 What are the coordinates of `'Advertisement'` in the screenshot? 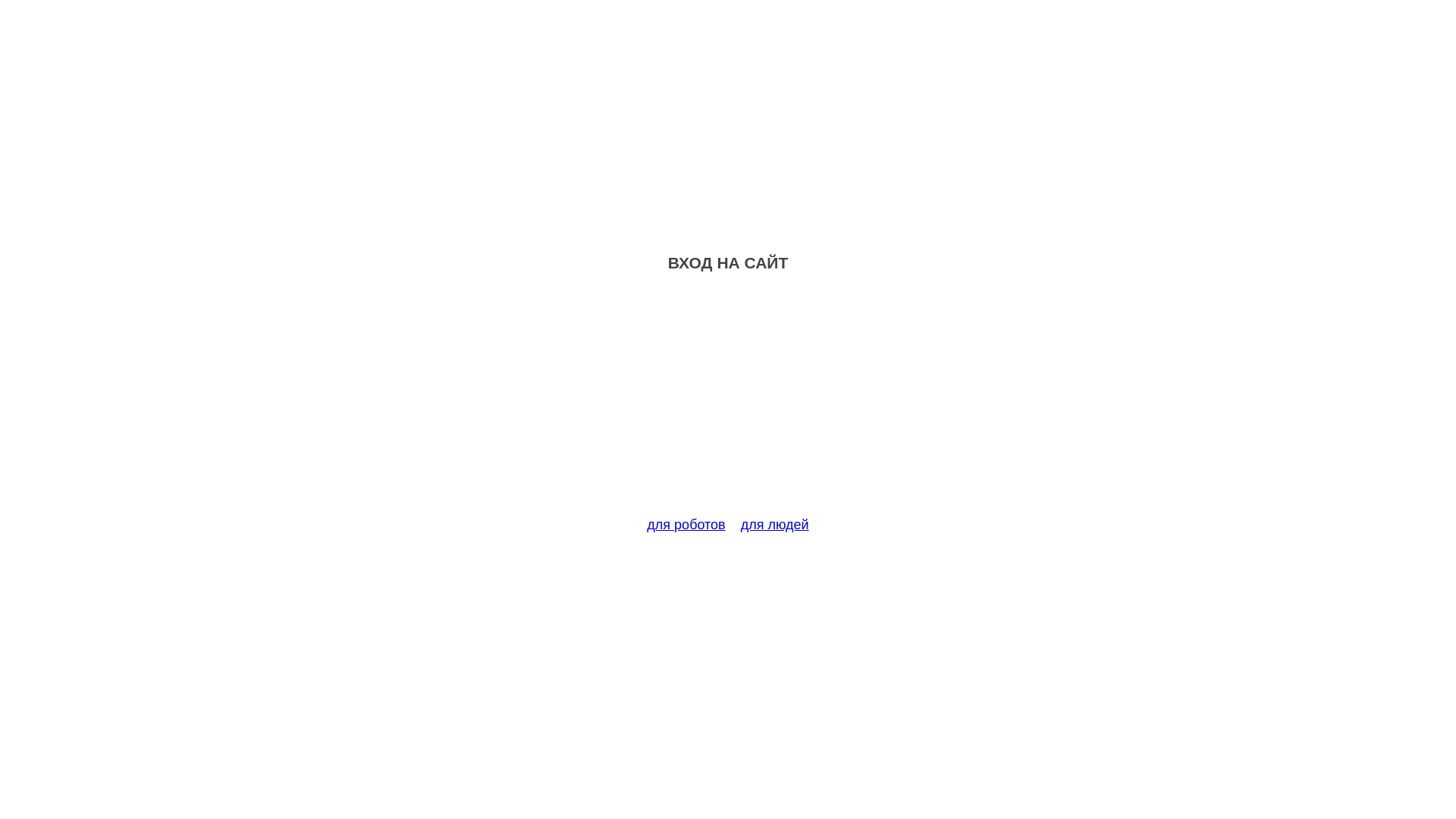 It's located at (728, 403).